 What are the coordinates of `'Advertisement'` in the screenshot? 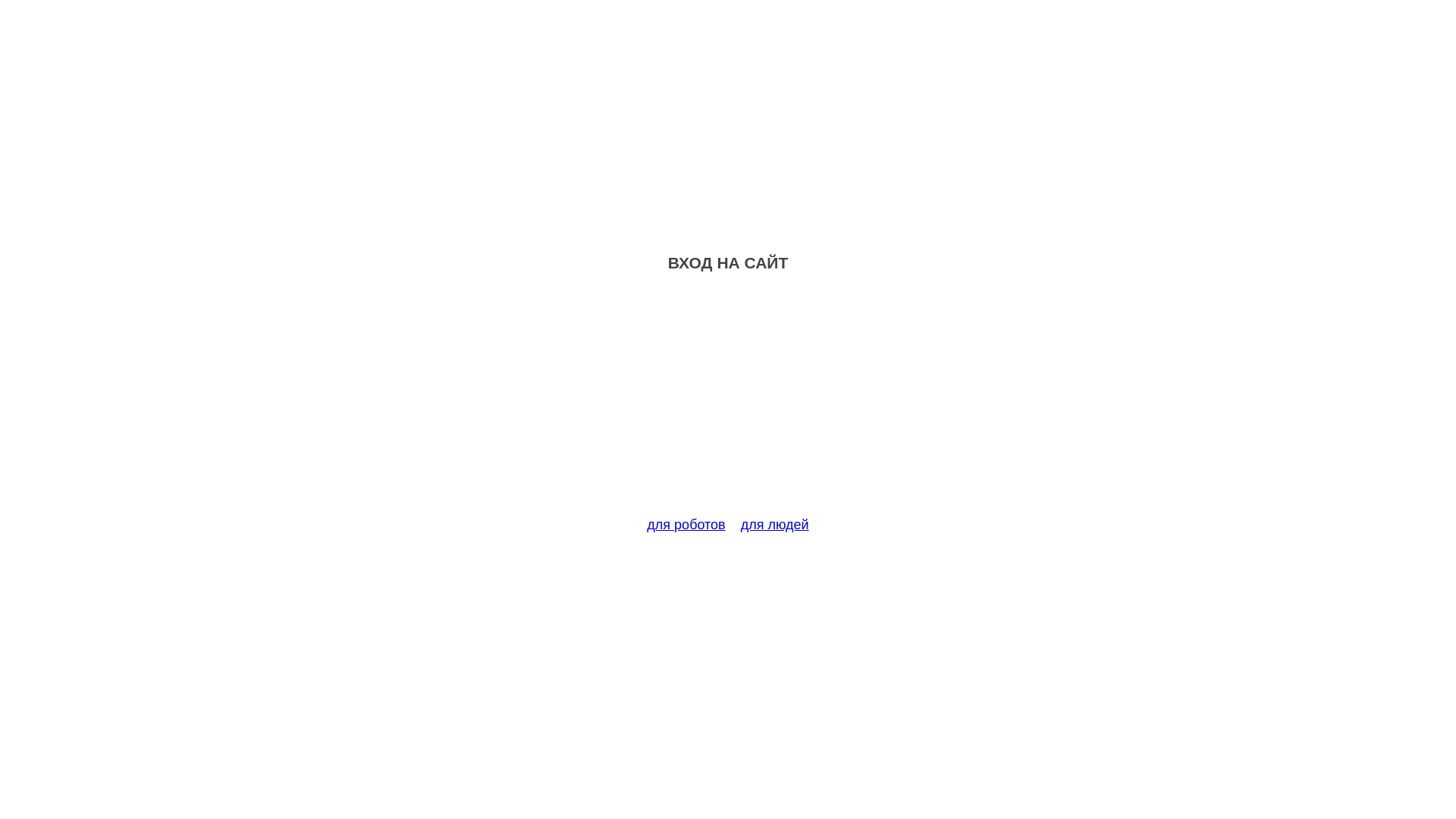 It's located at (728, 403).